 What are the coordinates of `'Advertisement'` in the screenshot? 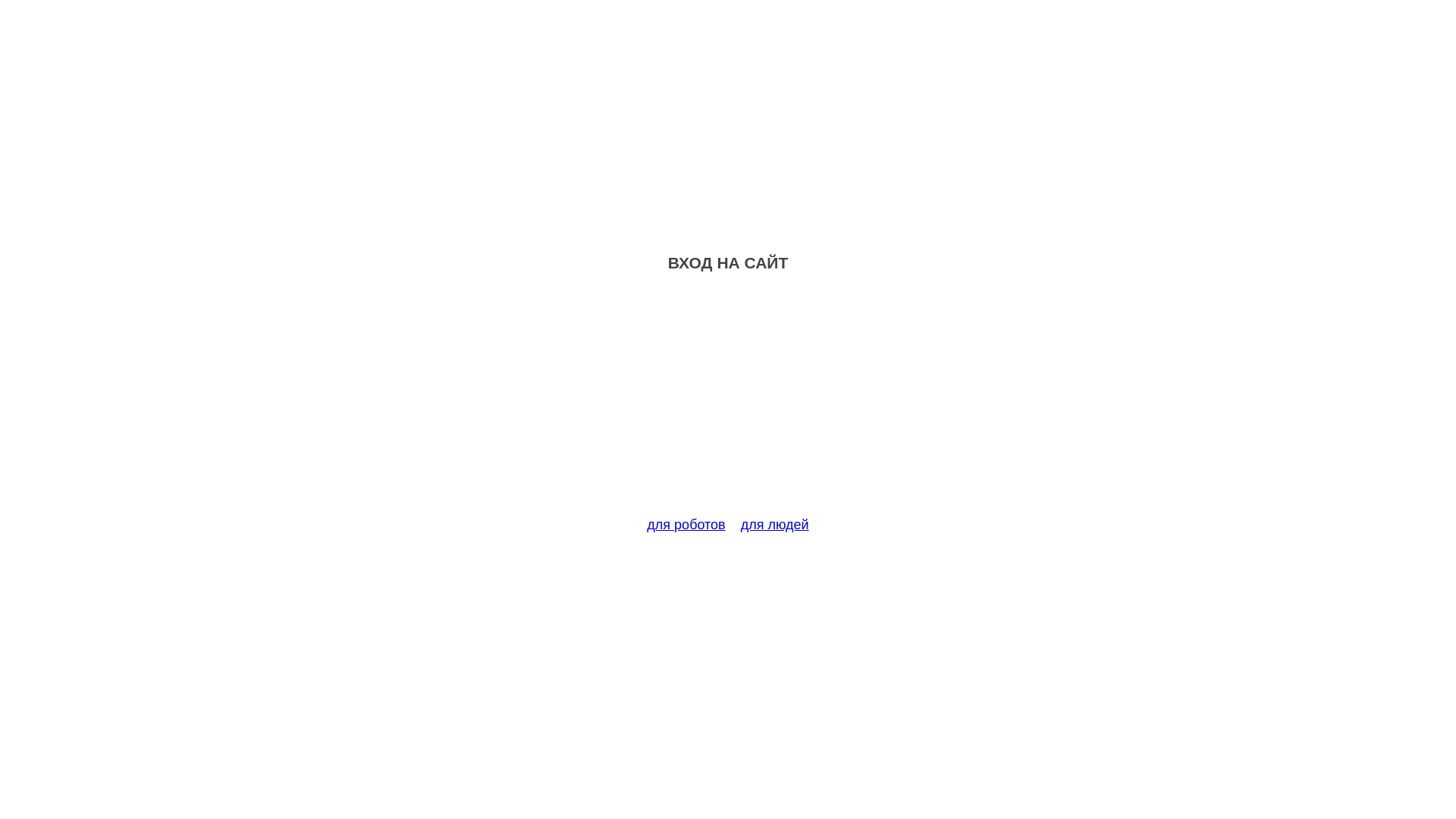 It's located at (728, 403).